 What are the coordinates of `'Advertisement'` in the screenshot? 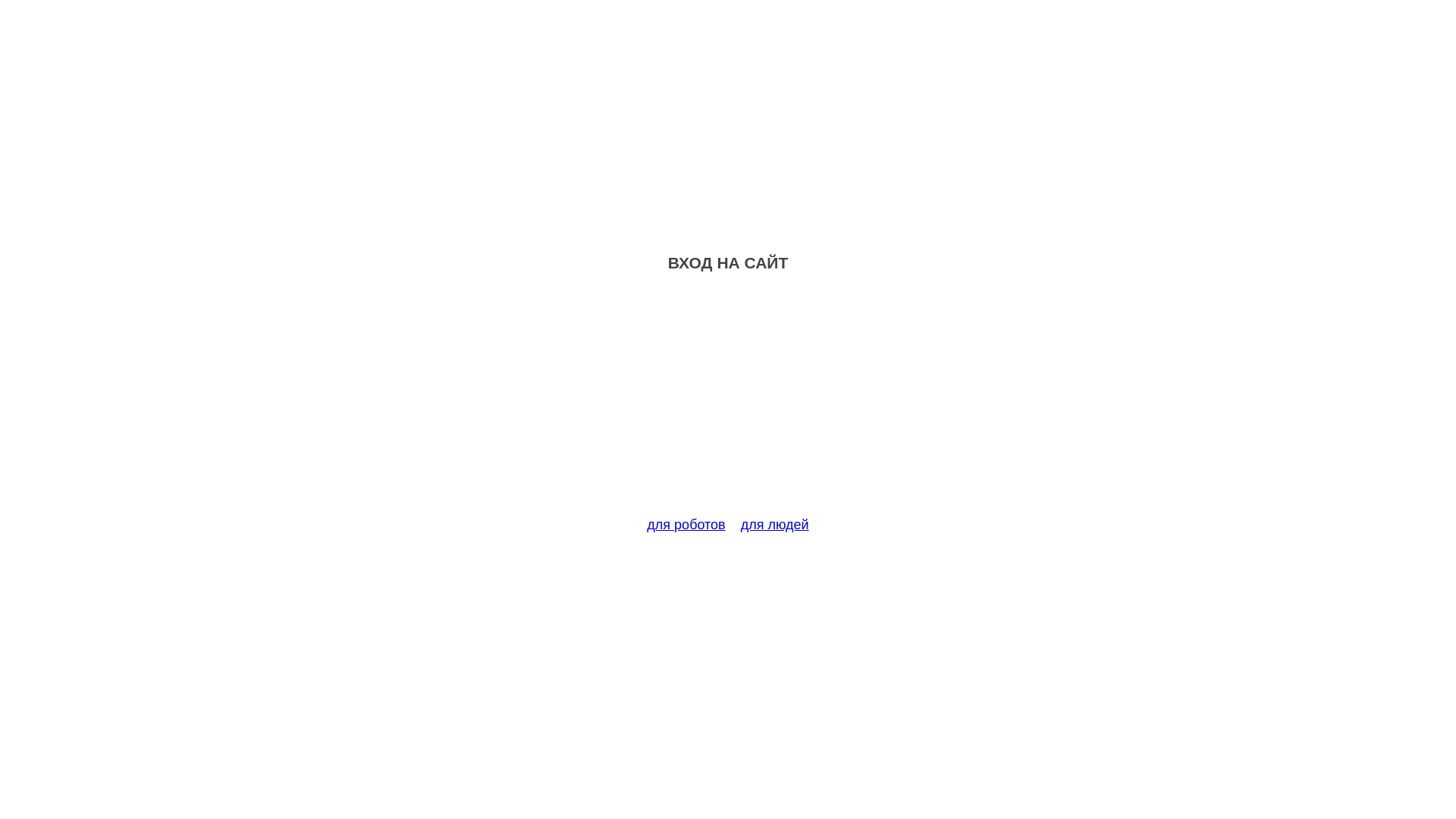 It's located at (728, 403).